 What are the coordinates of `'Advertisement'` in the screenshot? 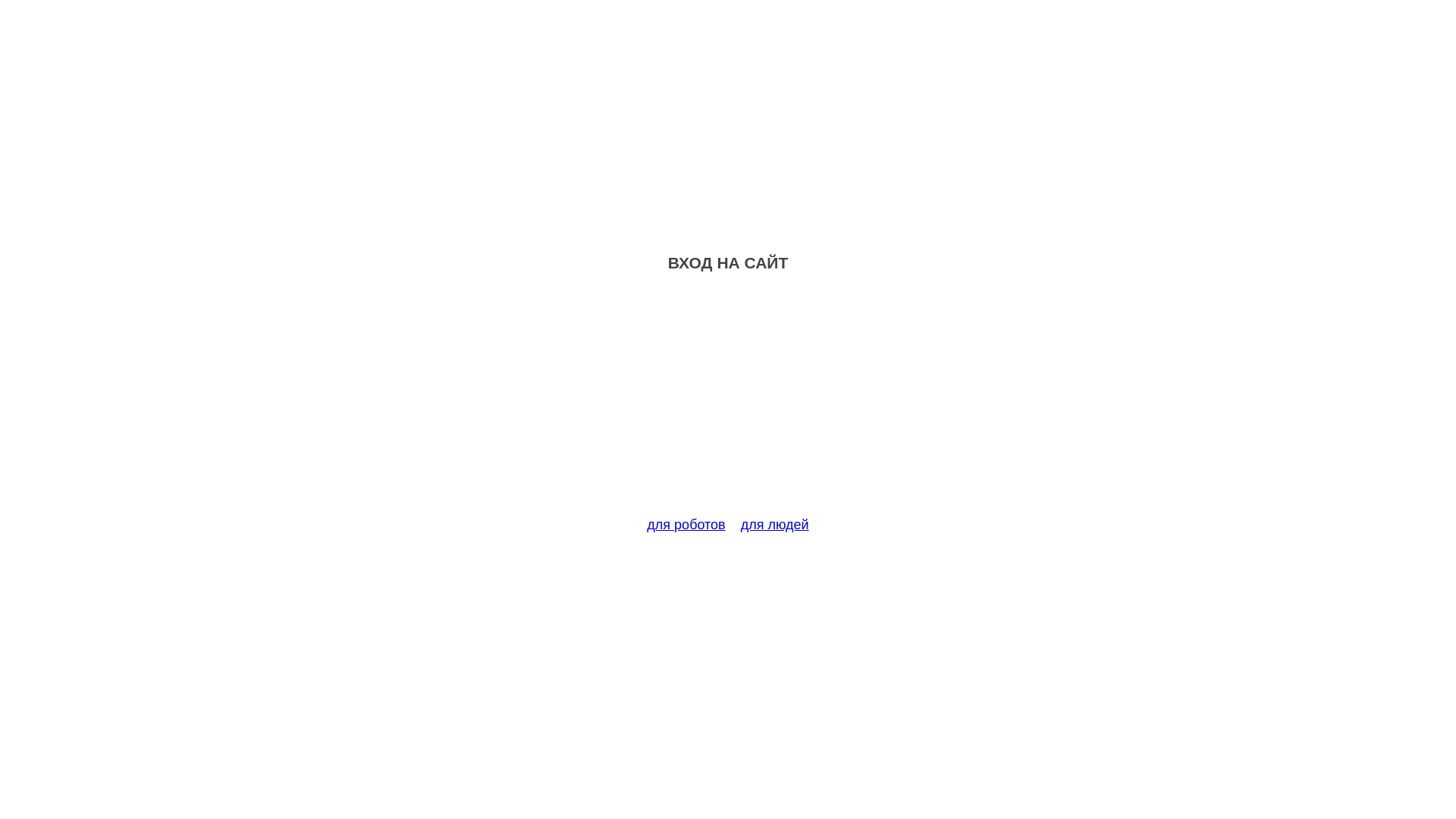 It's located at (728, 403).